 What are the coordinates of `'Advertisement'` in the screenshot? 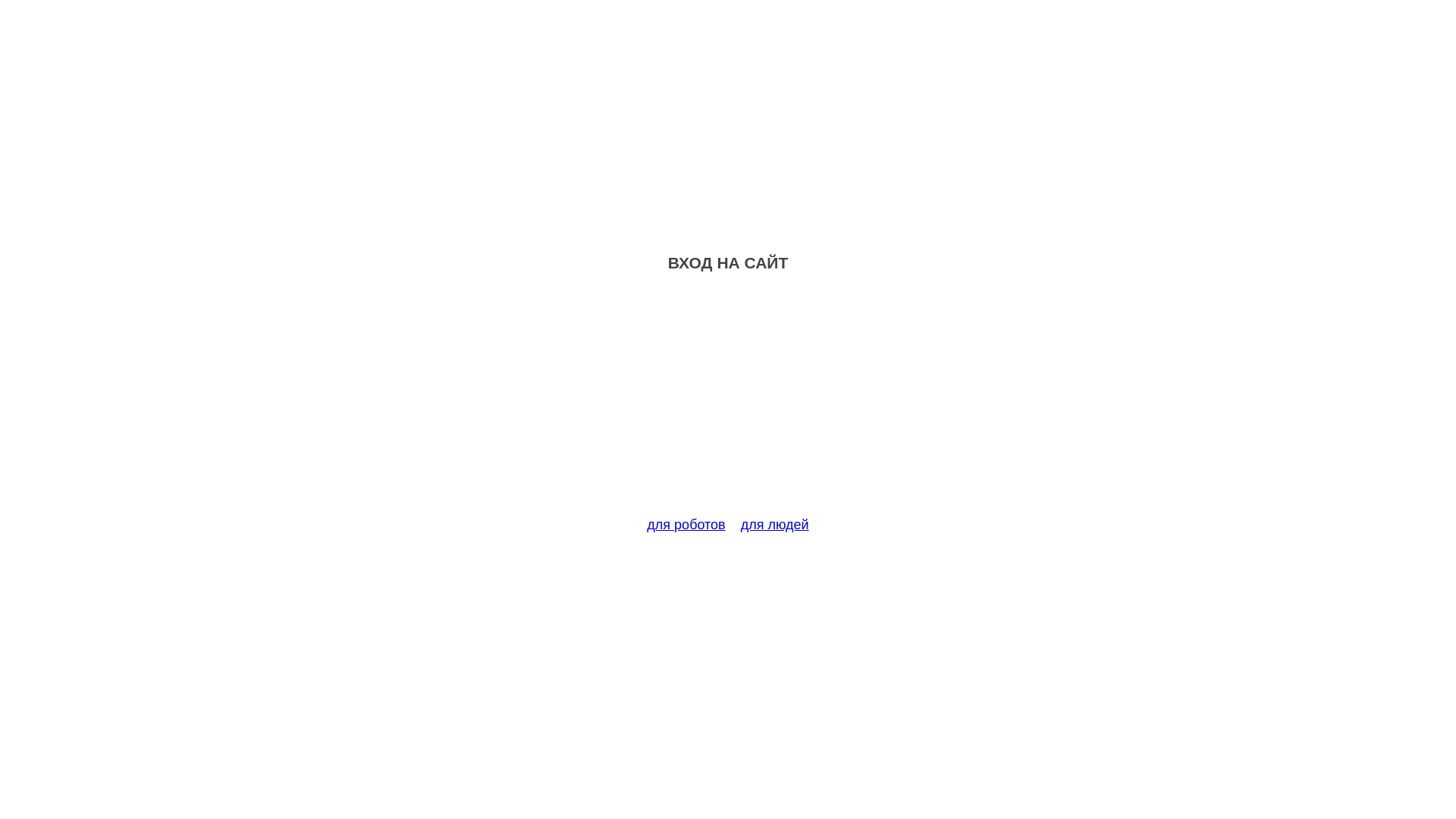 It's located at (728, 403).